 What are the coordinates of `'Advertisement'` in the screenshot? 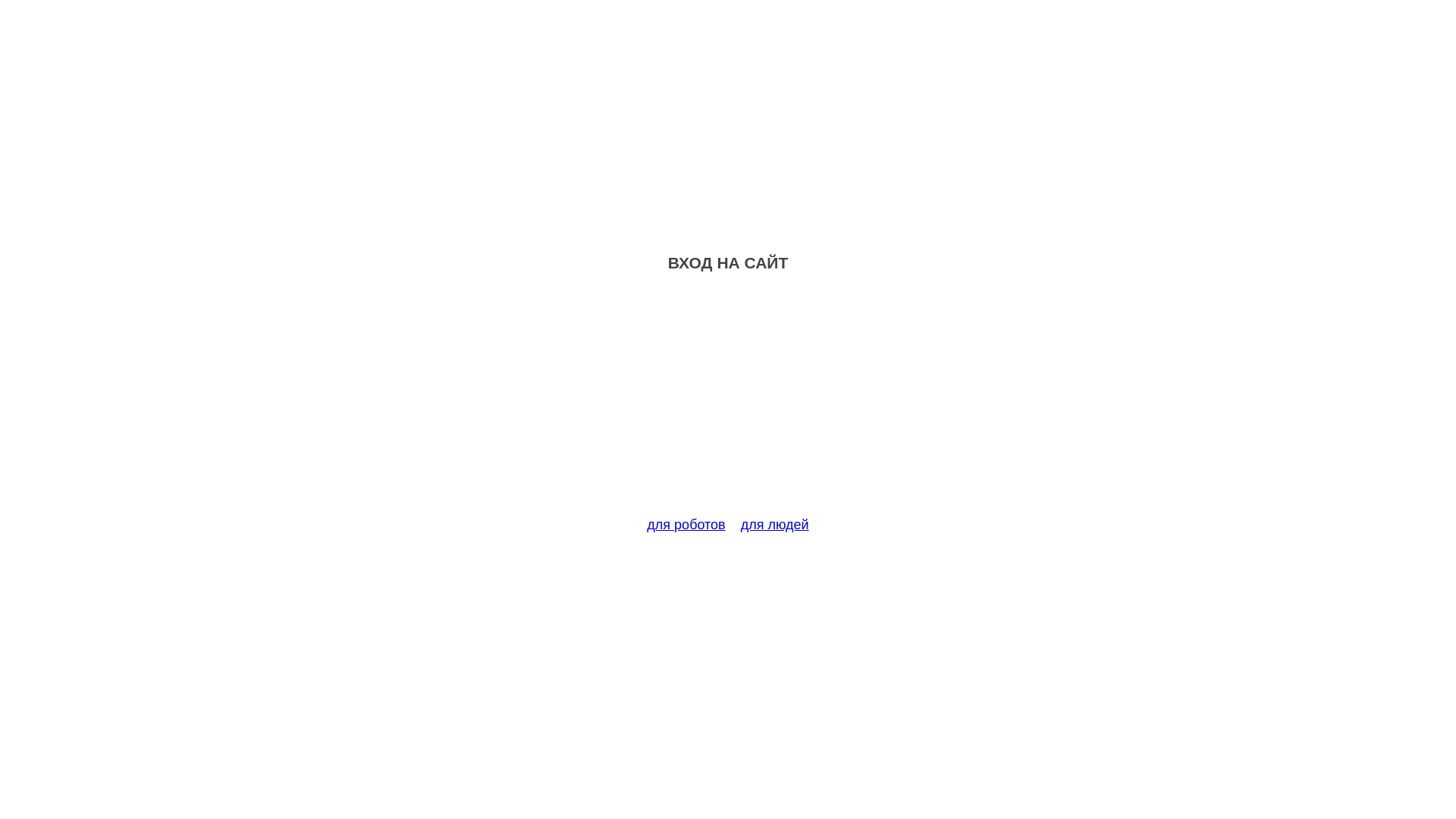 It's located at (728, 403).